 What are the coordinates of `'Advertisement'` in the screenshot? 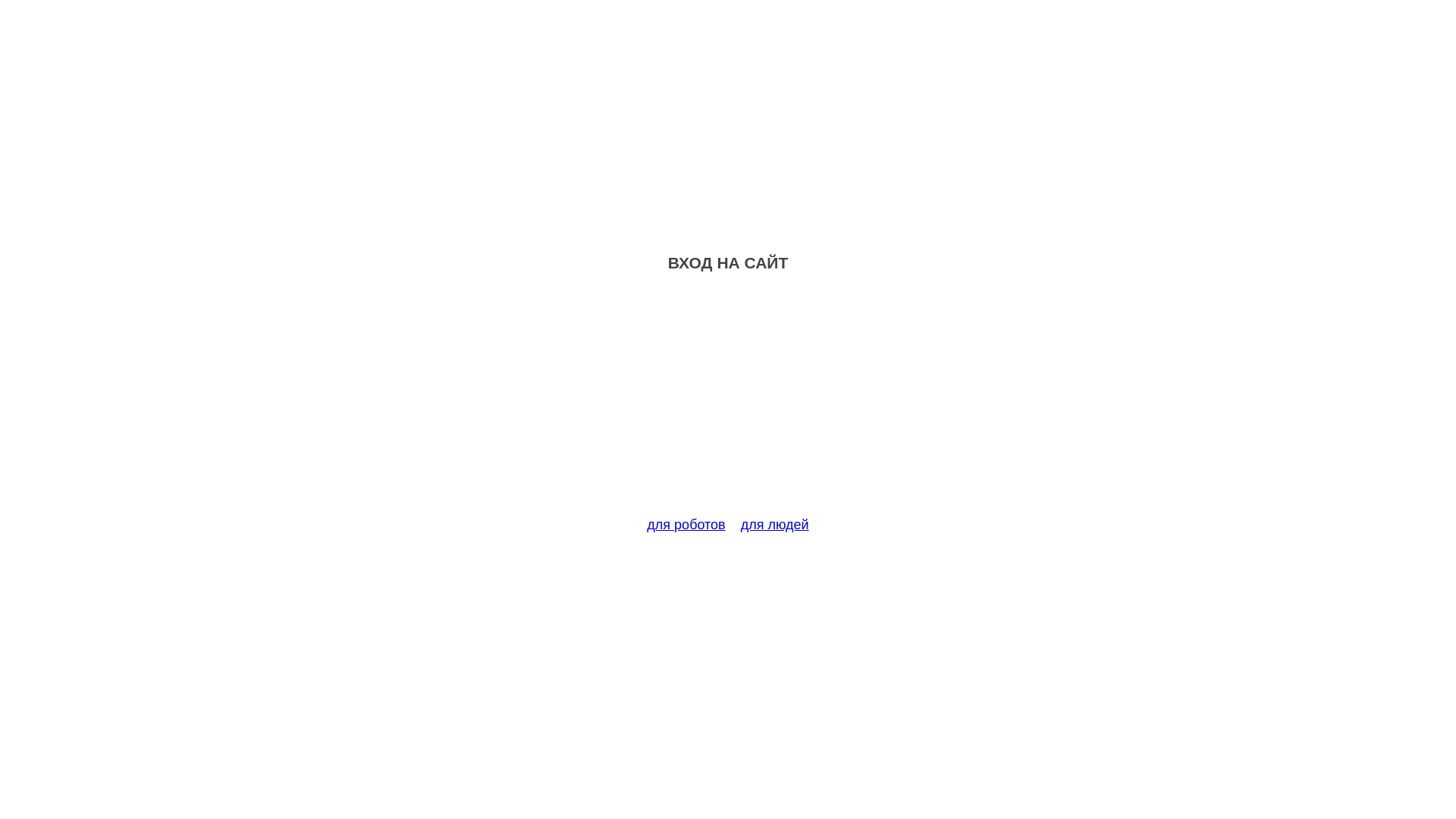 It's located at (728, 403).